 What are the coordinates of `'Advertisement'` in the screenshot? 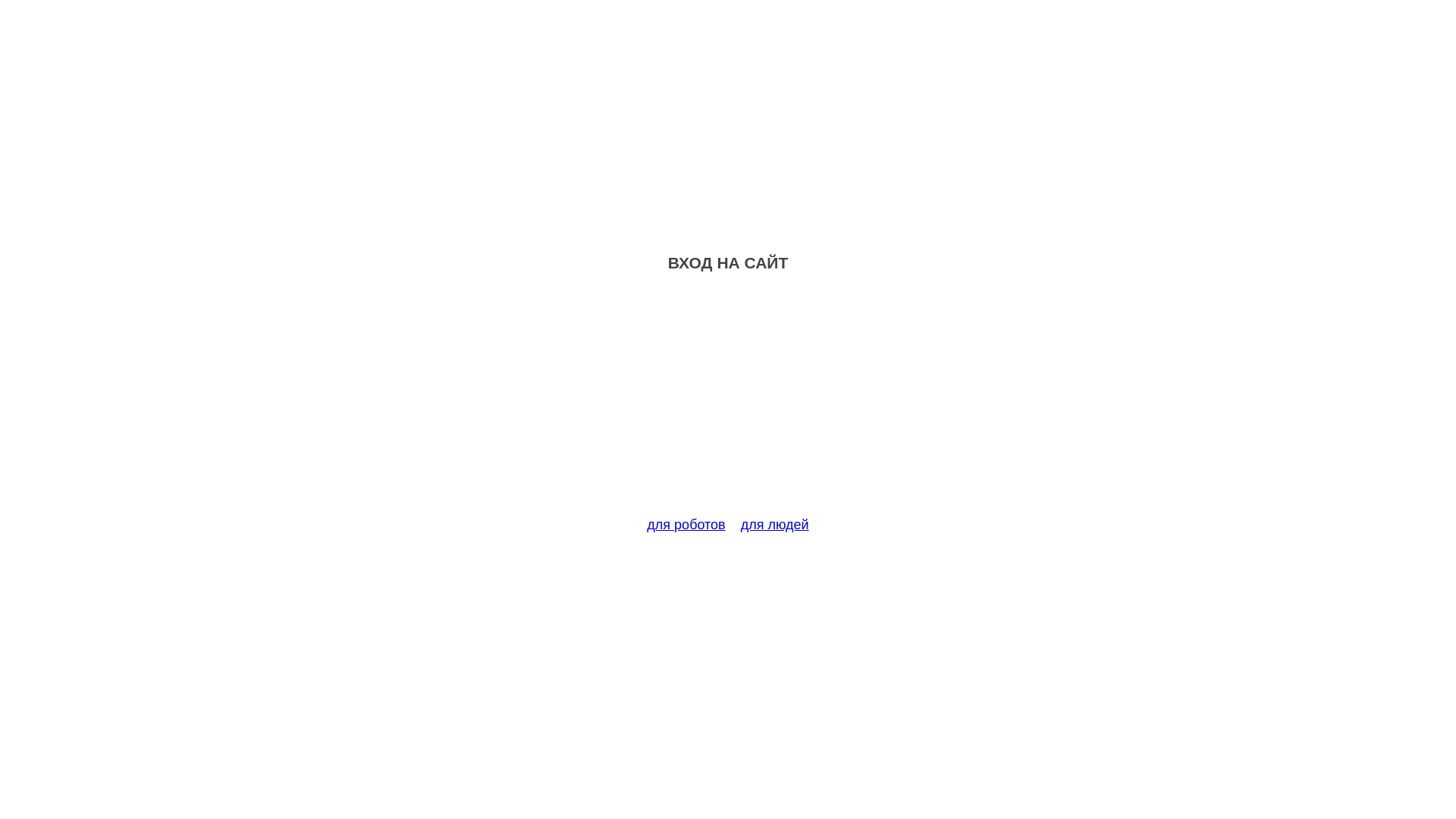 It's located at (728, 403).